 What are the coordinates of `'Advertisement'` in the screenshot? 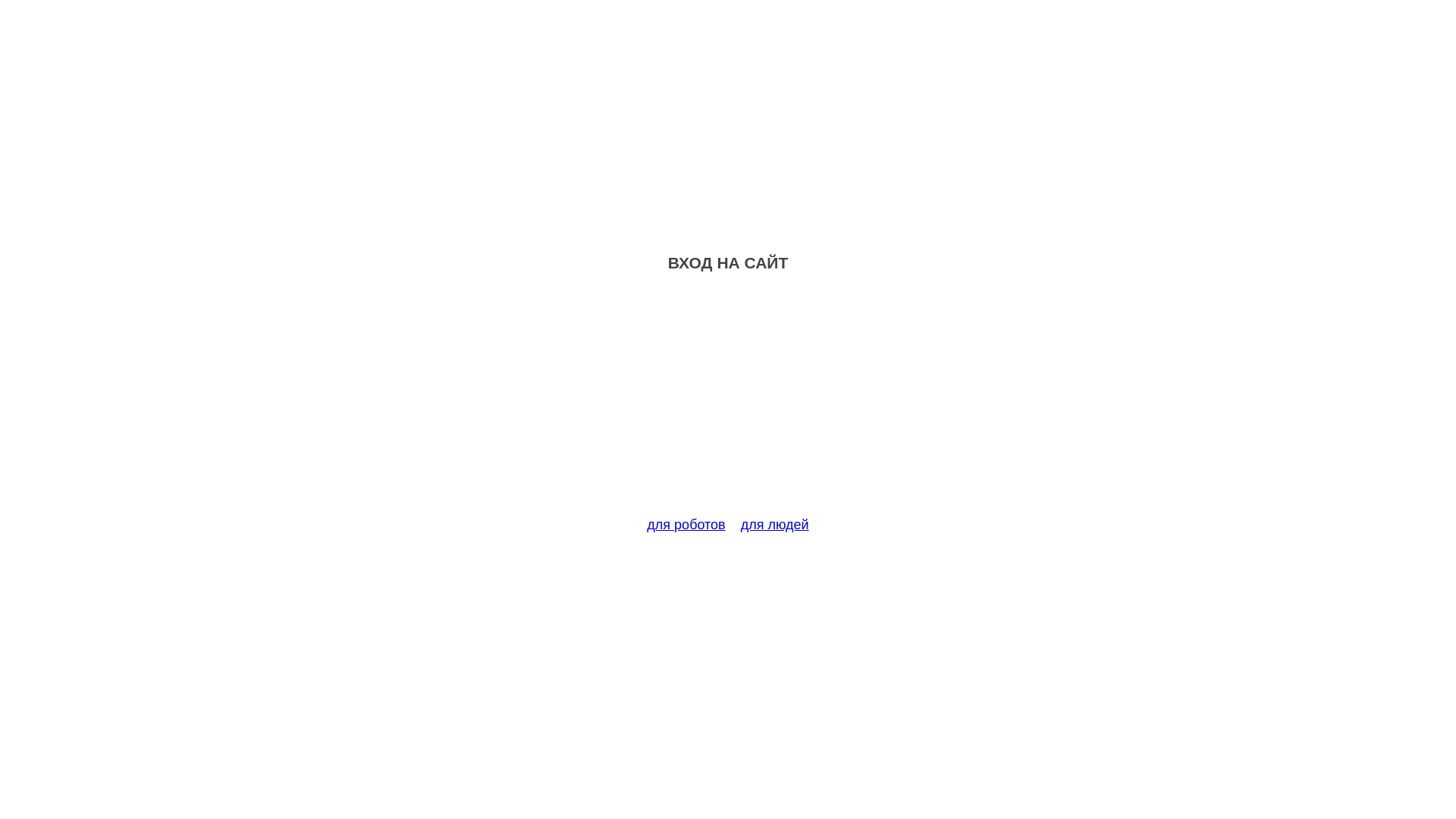 It's located at (728, 403).